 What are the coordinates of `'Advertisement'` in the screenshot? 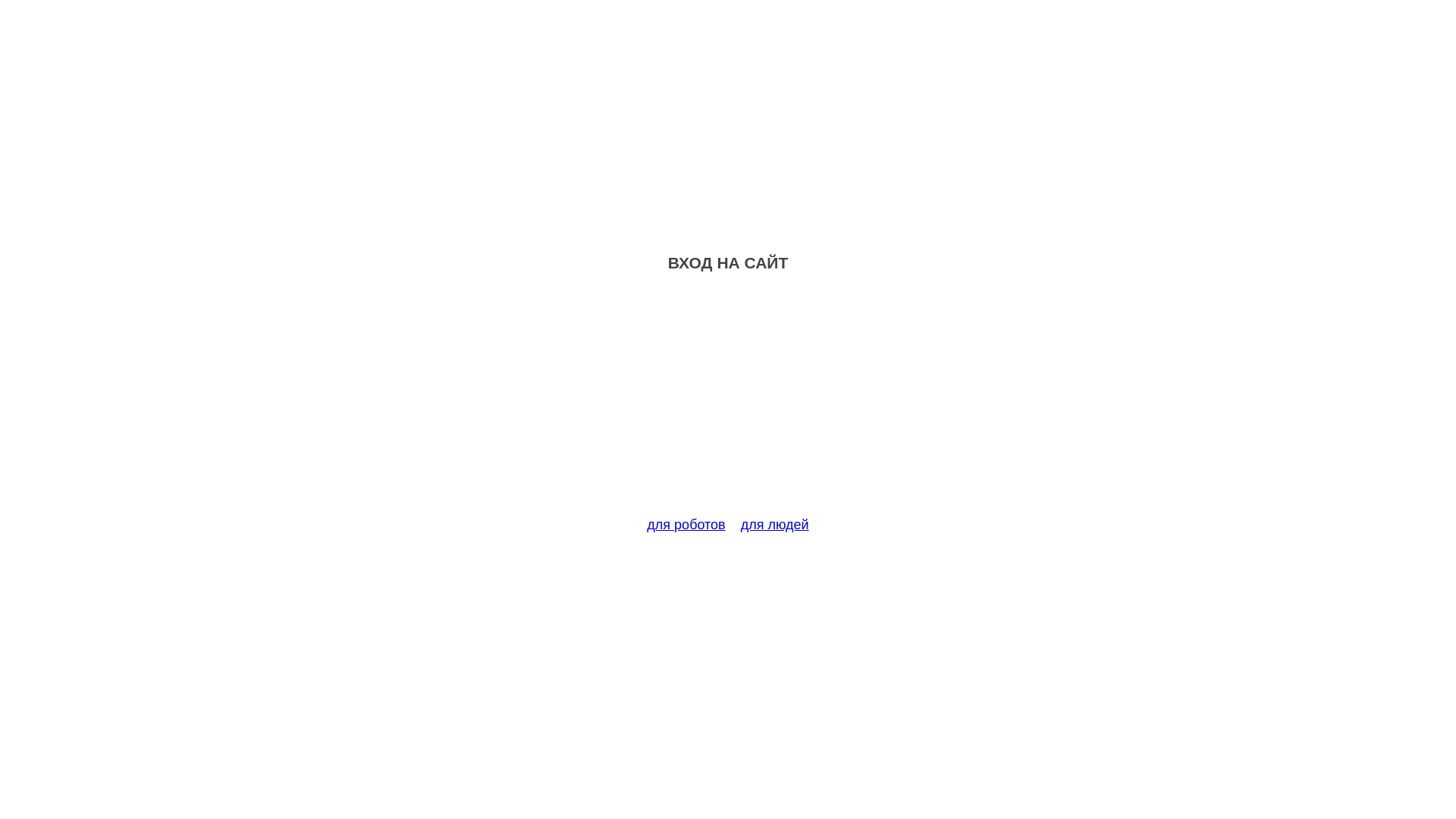 It's located at (728, 403).